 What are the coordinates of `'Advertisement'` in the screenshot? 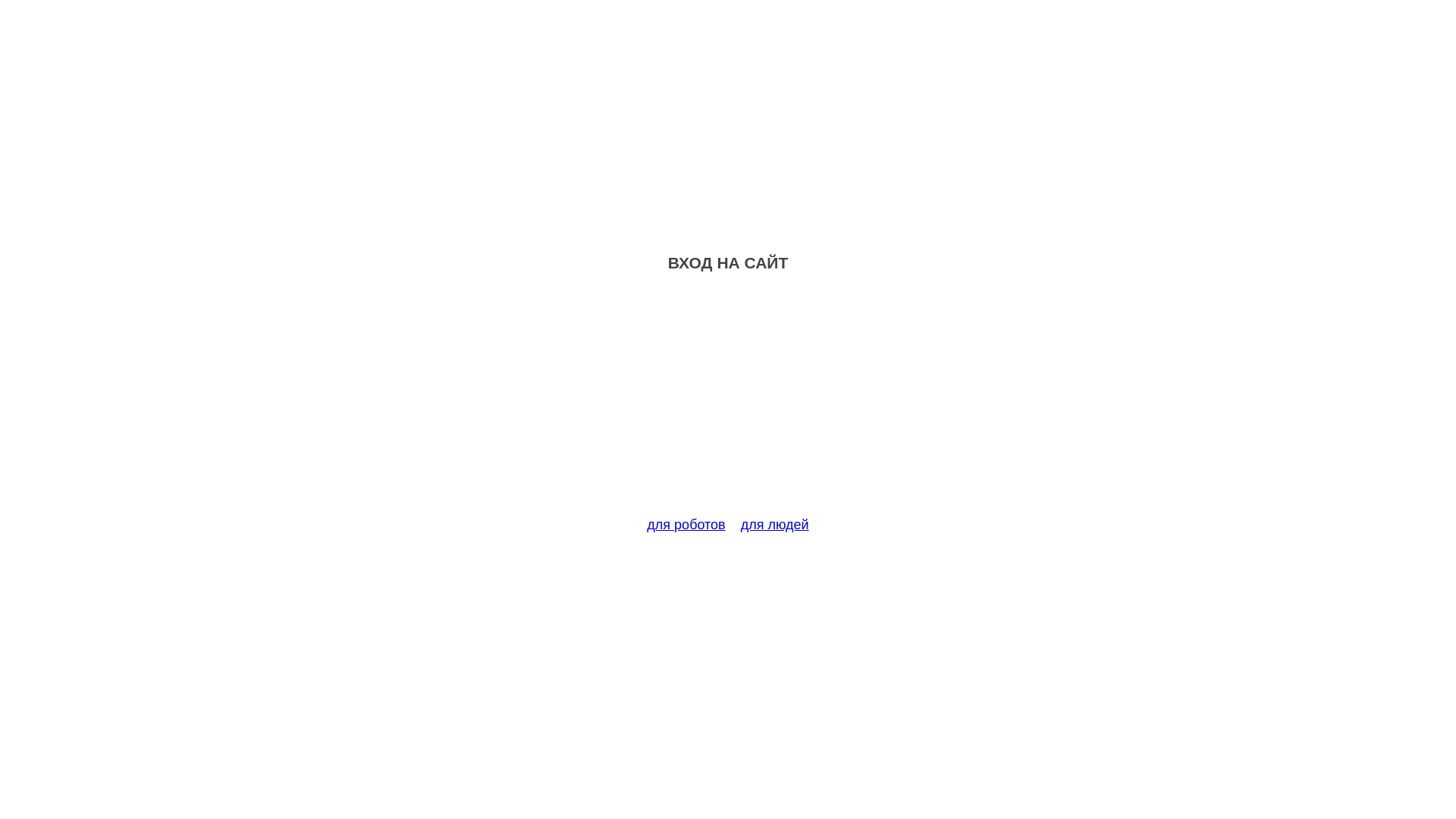 It's located at (728, 403).